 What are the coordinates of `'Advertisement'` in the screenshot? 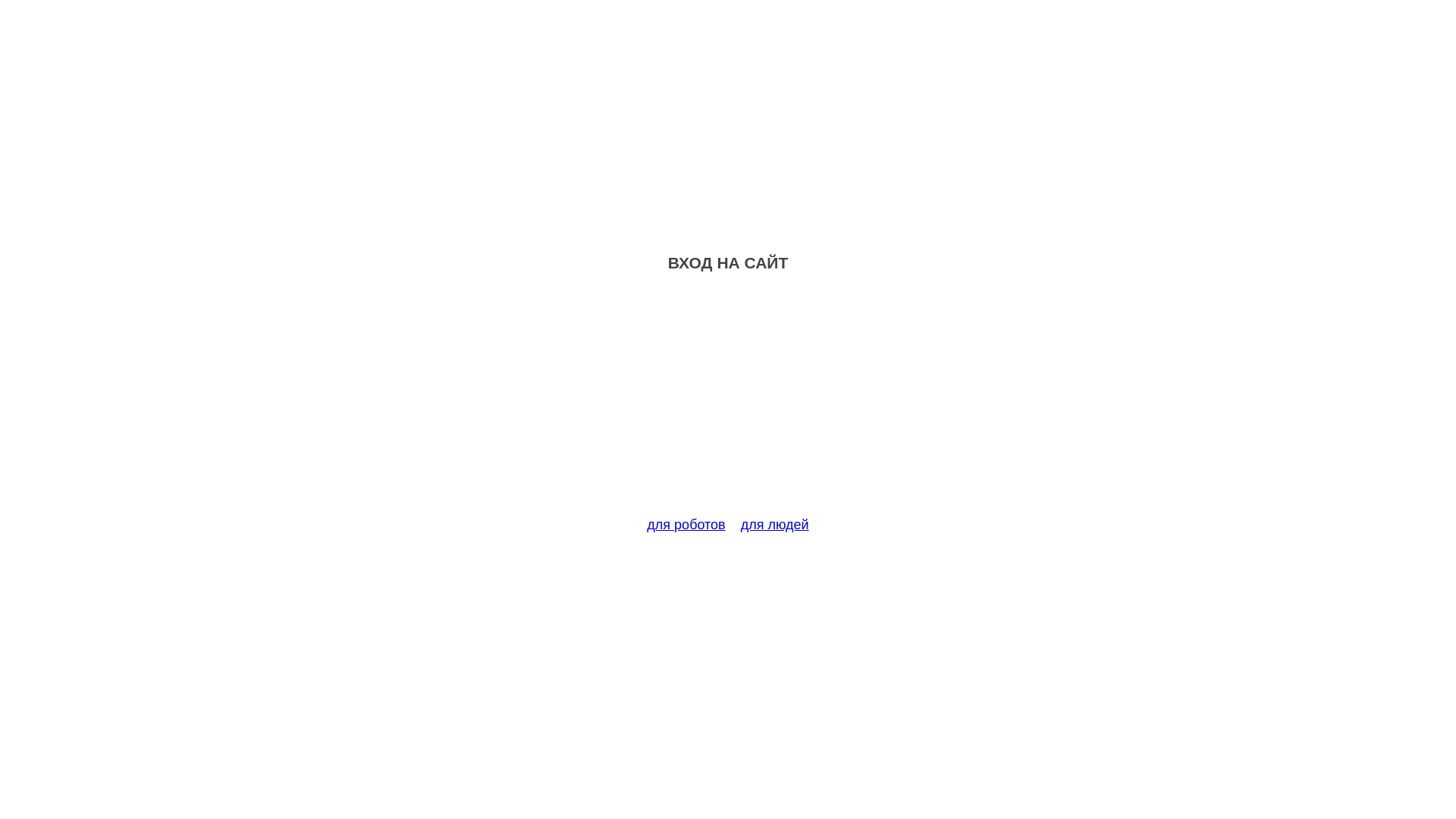 It's located at (728, 403).